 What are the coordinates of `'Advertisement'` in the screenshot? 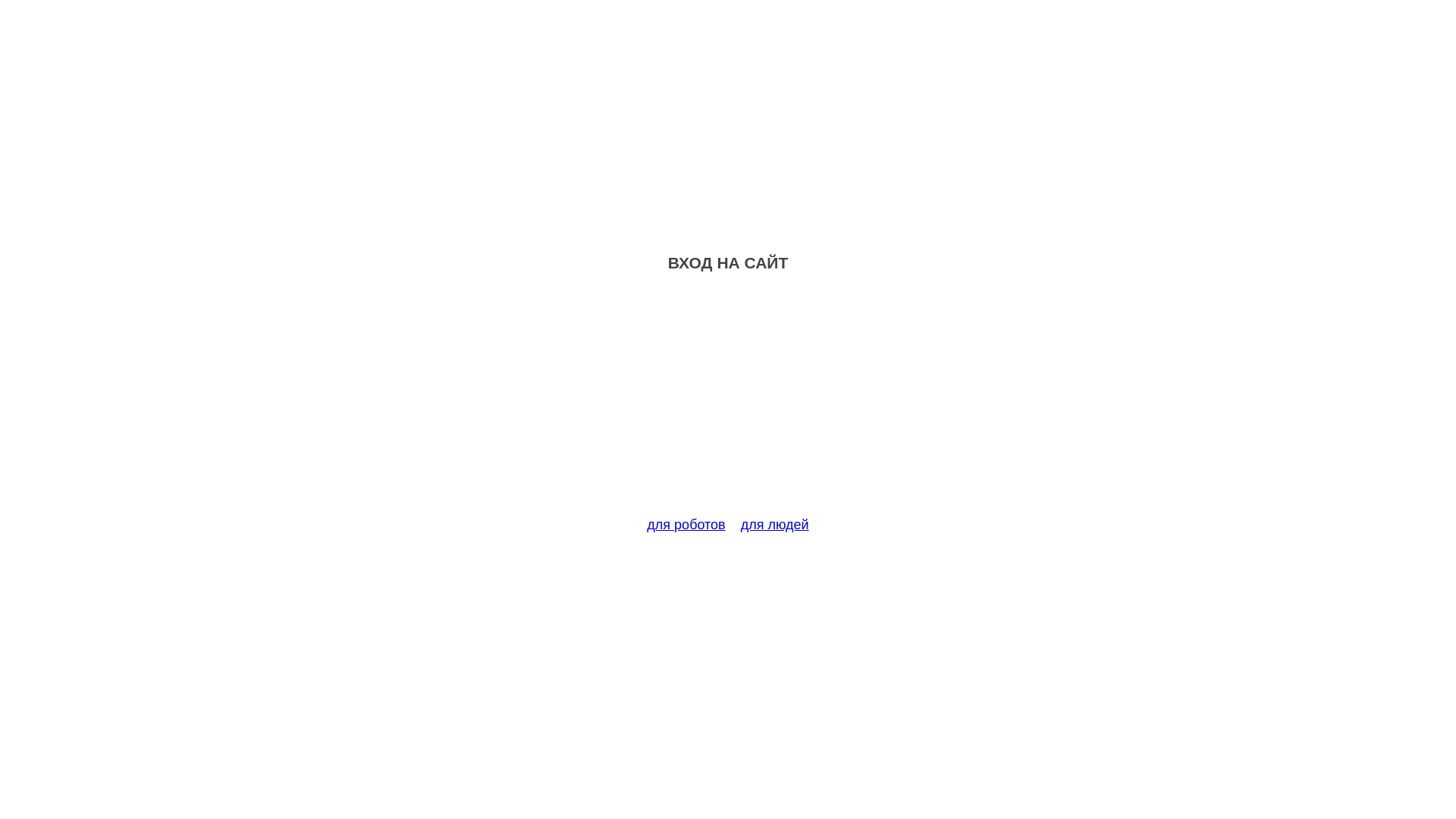 It's located at (728, 403).